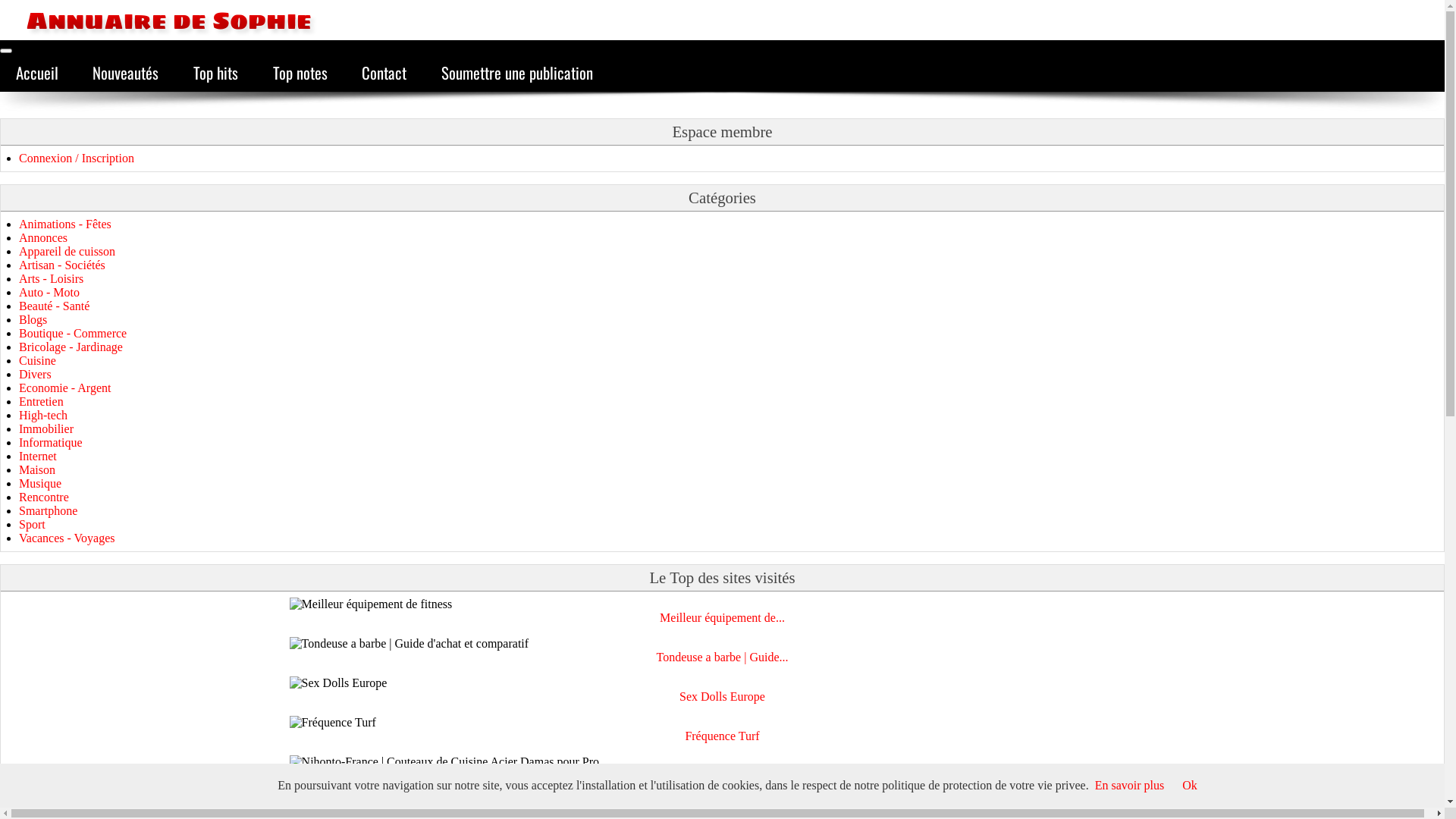  Describe the element at coordinates (66, 250) in the screenshot. I see `'Appareil de cuisson'` at that location.